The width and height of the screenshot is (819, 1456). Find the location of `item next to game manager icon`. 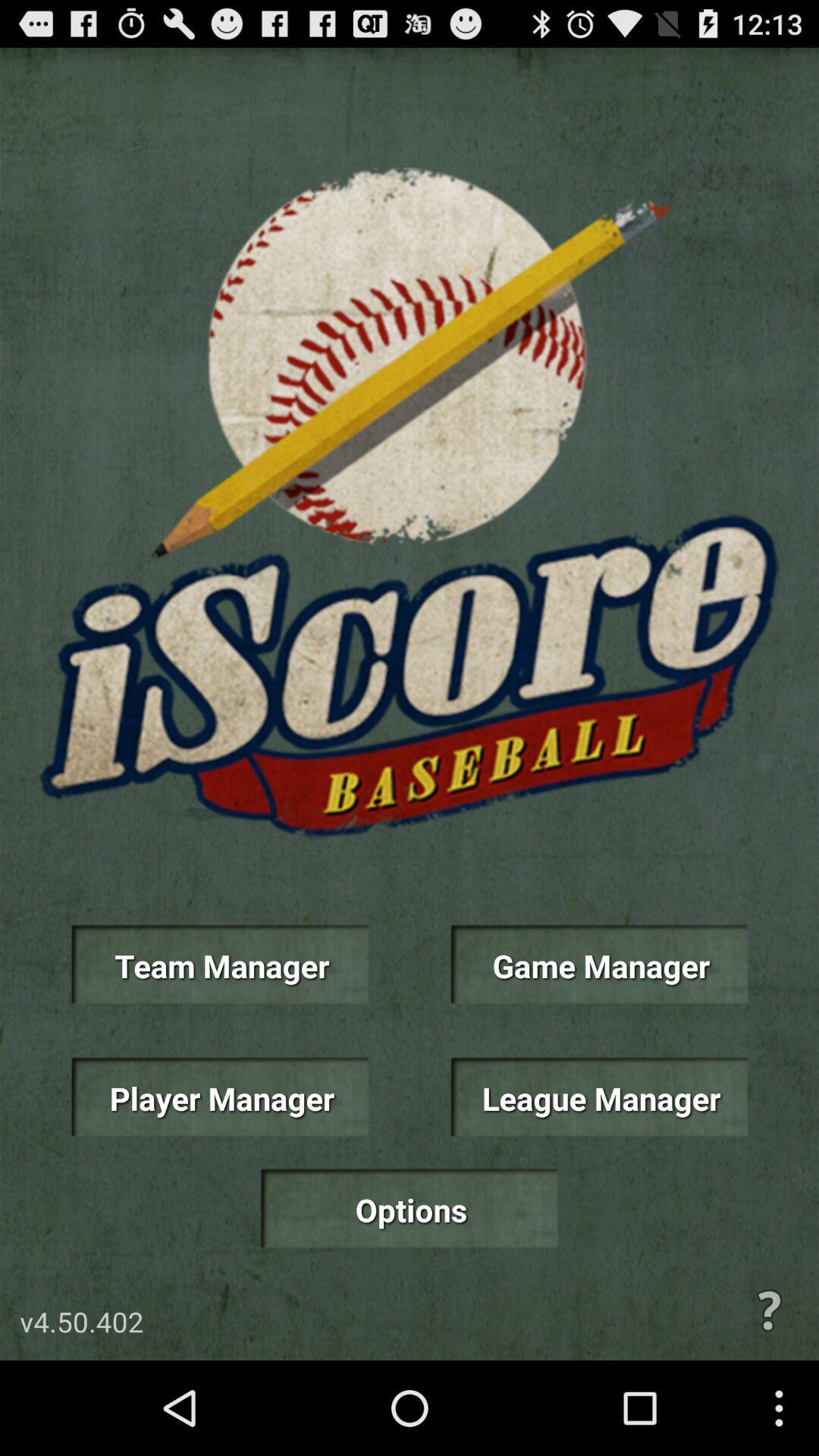

item next to game manager icon is located at coordinates (219, 964).